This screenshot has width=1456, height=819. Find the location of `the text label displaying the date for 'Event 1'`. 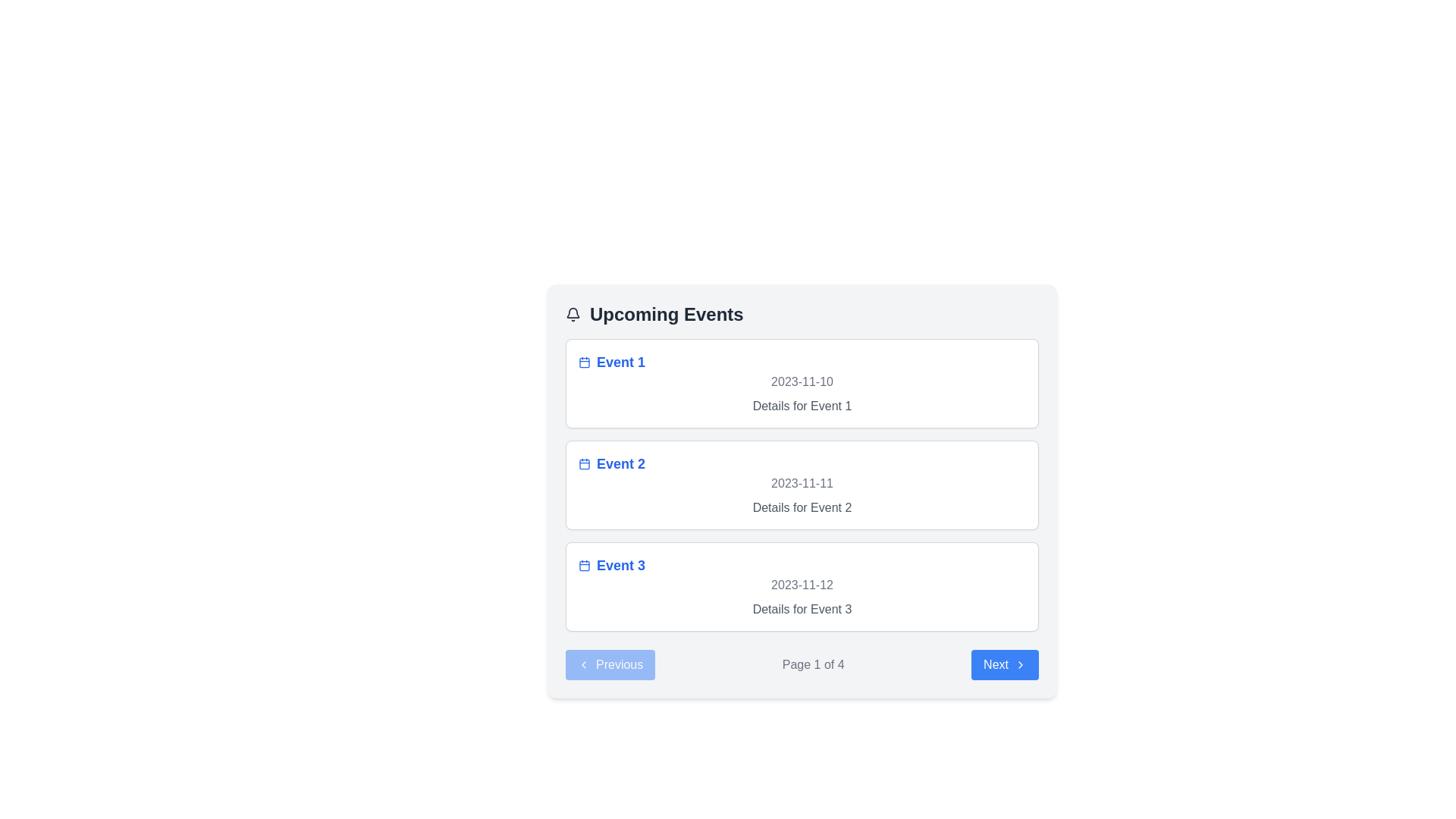

the text label displaying the date for 'Event 1' is located at coordinates (801, 381).